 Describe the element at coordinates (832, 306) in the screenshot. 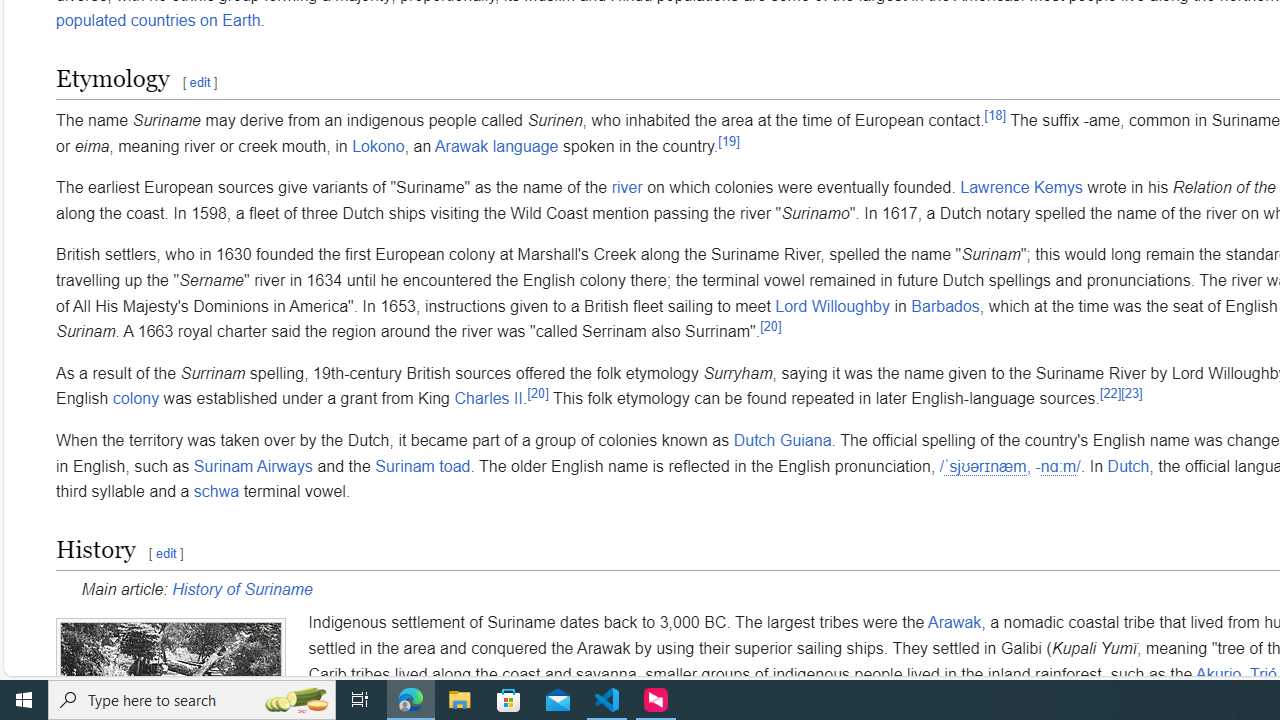

I see `'Lord Willoughby'` at that location.